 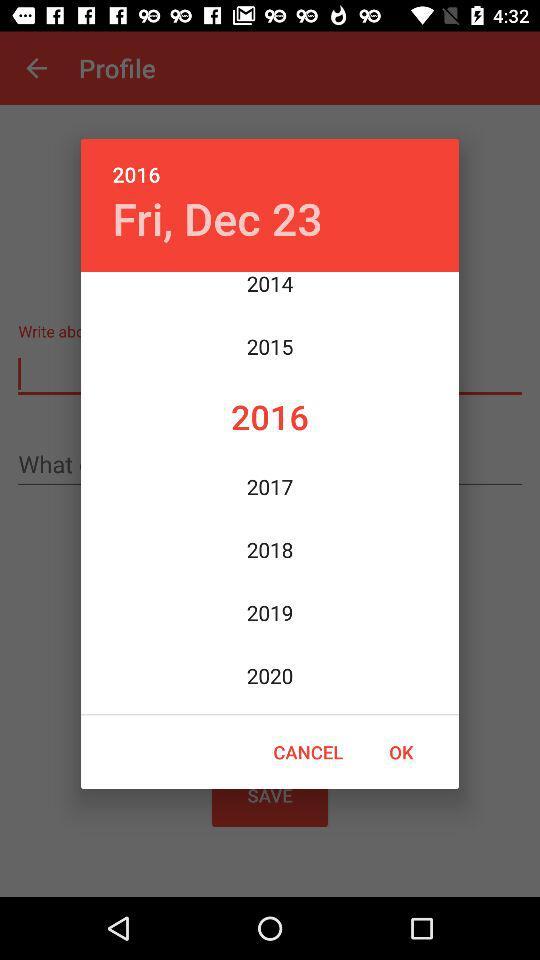 What do you see at coordinates (401, 751) in the screenshot?
I see `item next to the cancel item` at bounding box center [401, 751].